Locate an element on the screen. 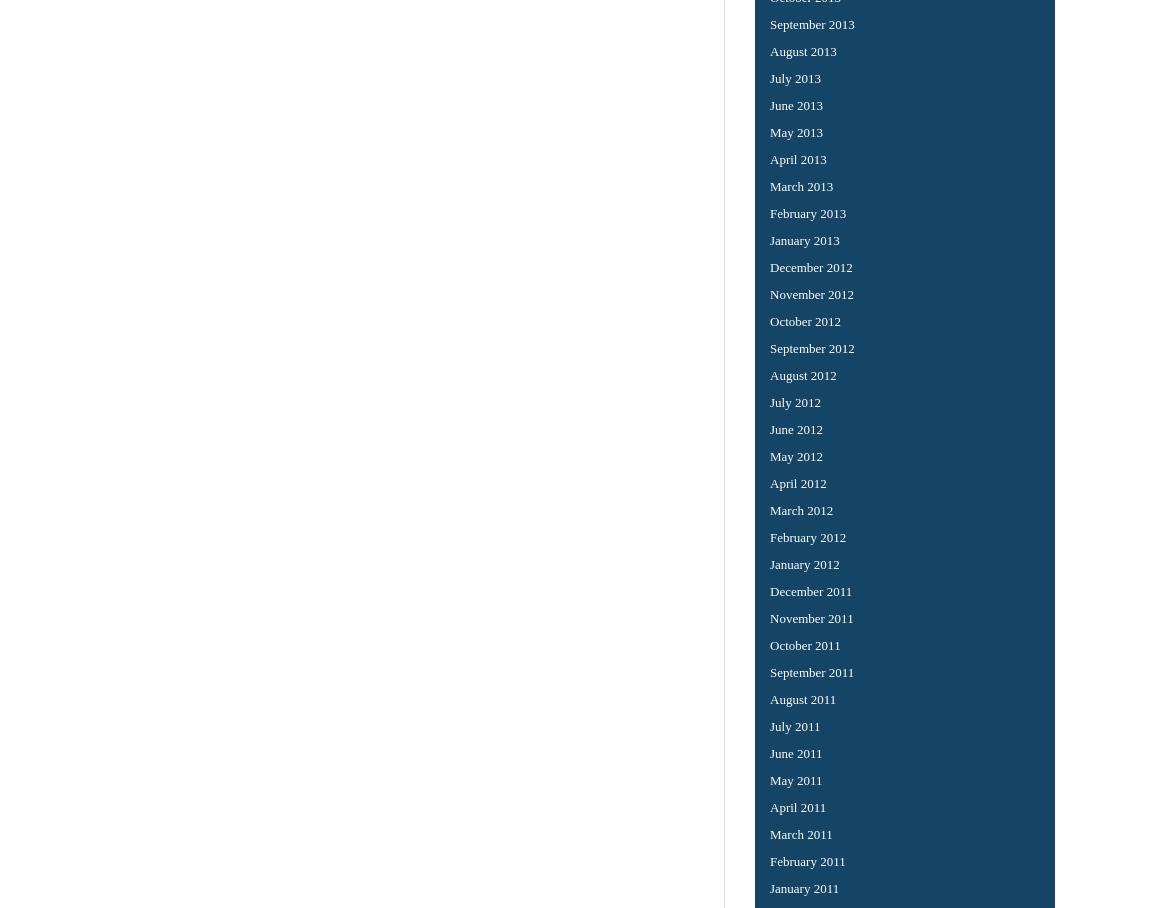  'May 2012' is located at coordinates (795, 454).